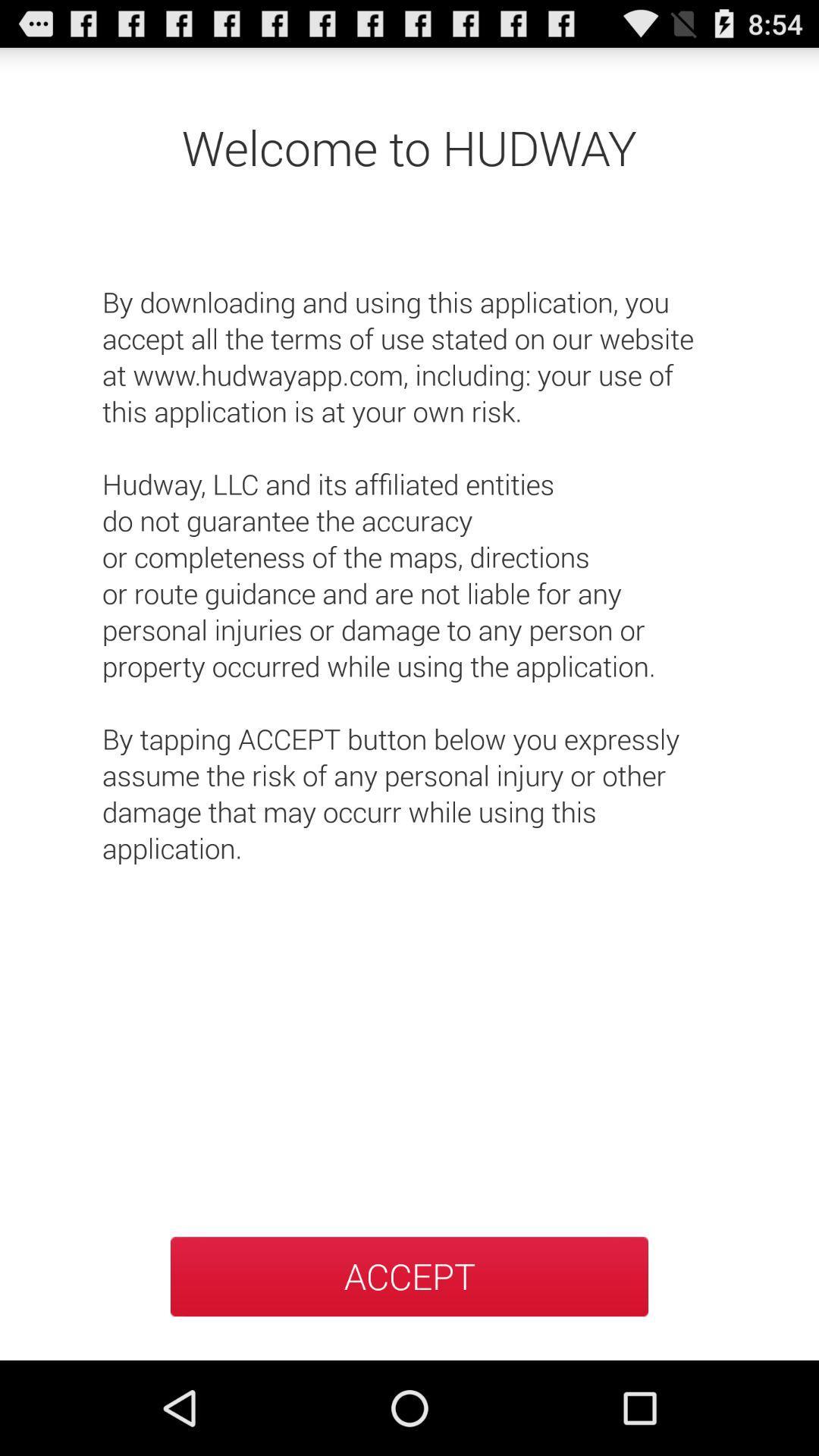 This screenshot has width=819, height=1456. I want to click on by downloading and icon, so click(409, 556).